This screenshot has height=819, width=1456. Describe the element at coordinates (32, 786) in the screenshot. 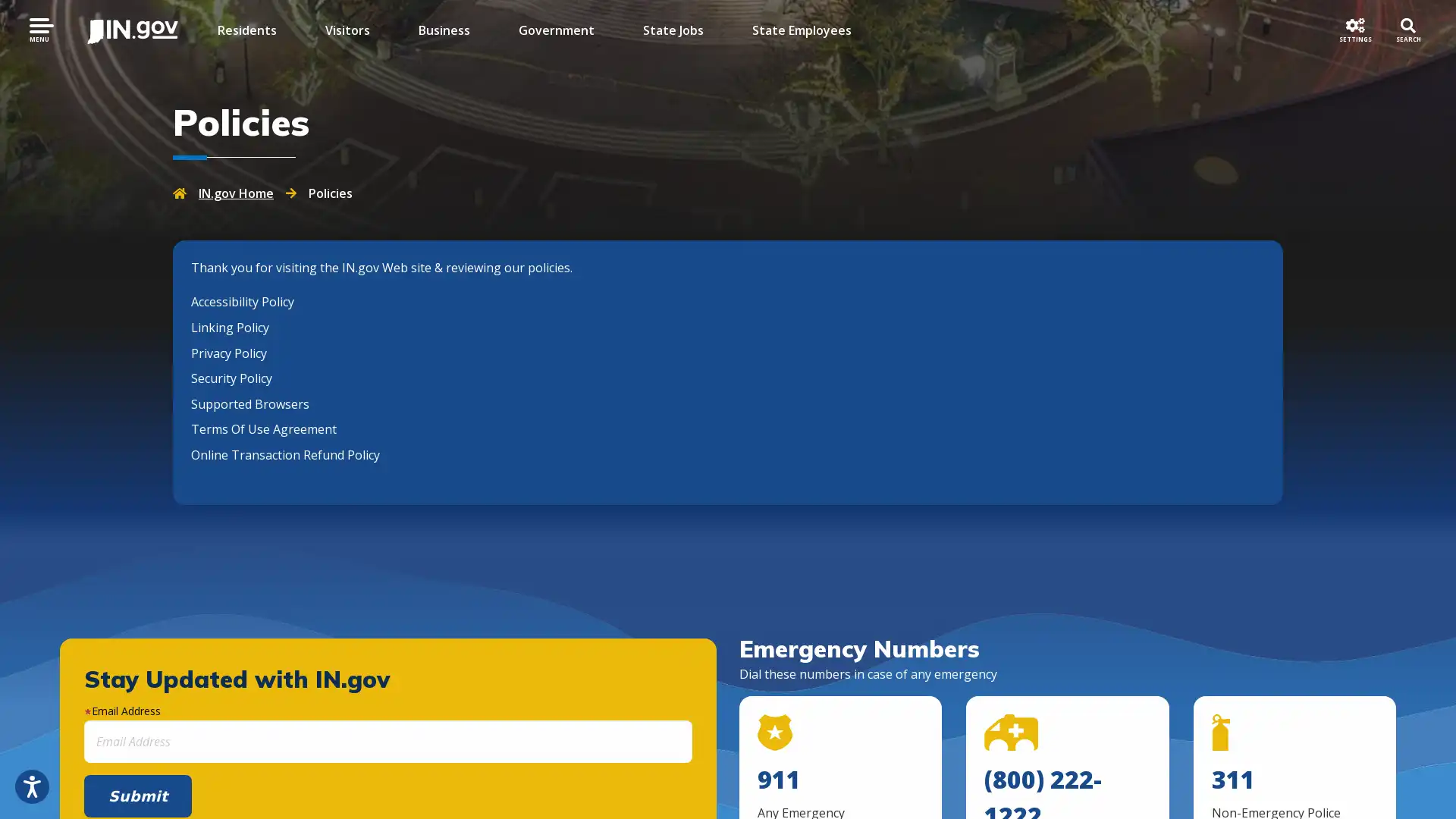

I see `Open accessibility options, statement and help` at that location.